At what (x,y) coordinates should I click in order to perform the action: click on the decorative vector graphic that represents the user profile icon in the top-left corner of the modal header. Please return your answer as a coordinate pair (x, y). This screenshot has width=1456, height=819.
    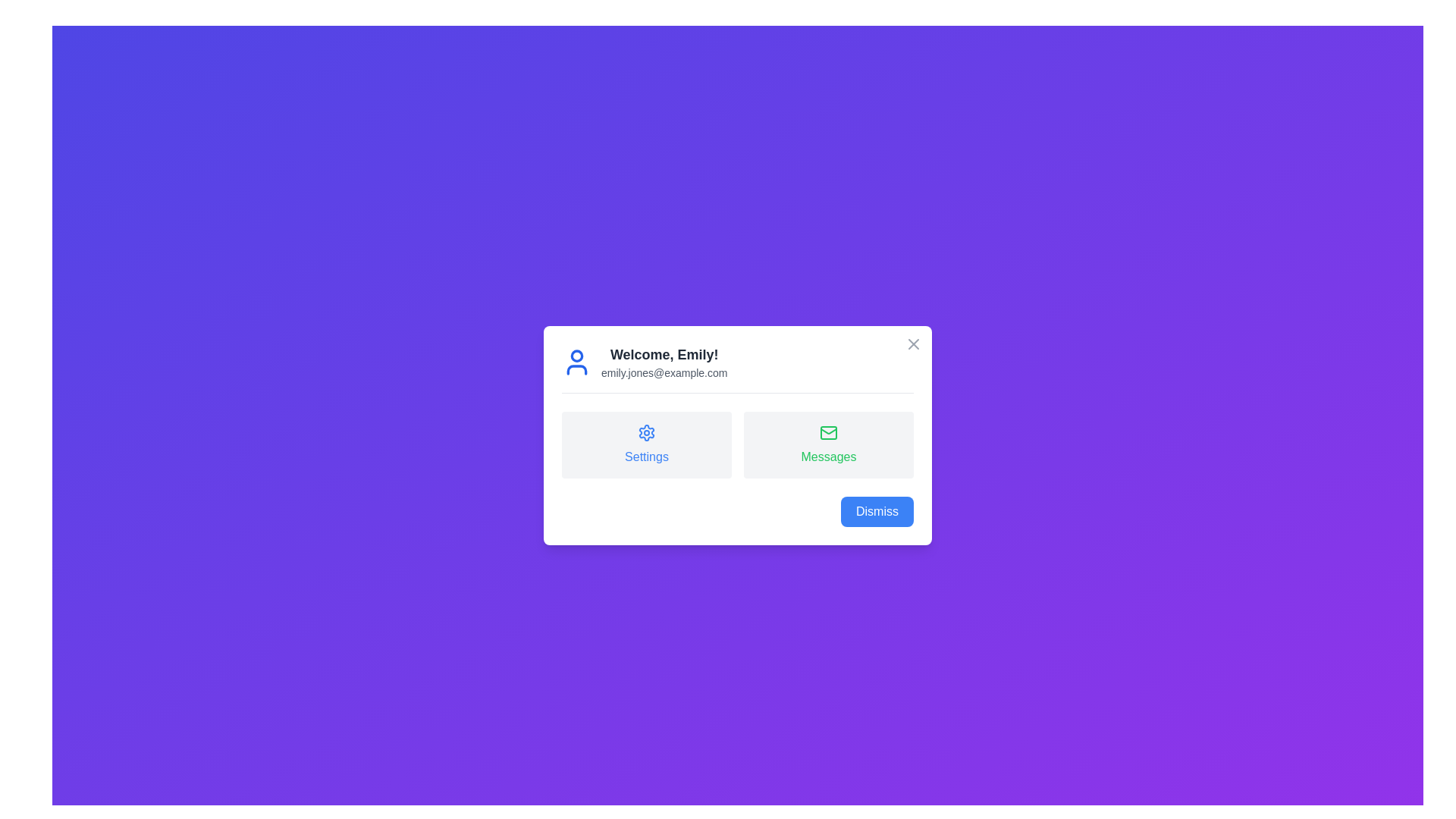
    Looking at the image, I should click on (576, 369).